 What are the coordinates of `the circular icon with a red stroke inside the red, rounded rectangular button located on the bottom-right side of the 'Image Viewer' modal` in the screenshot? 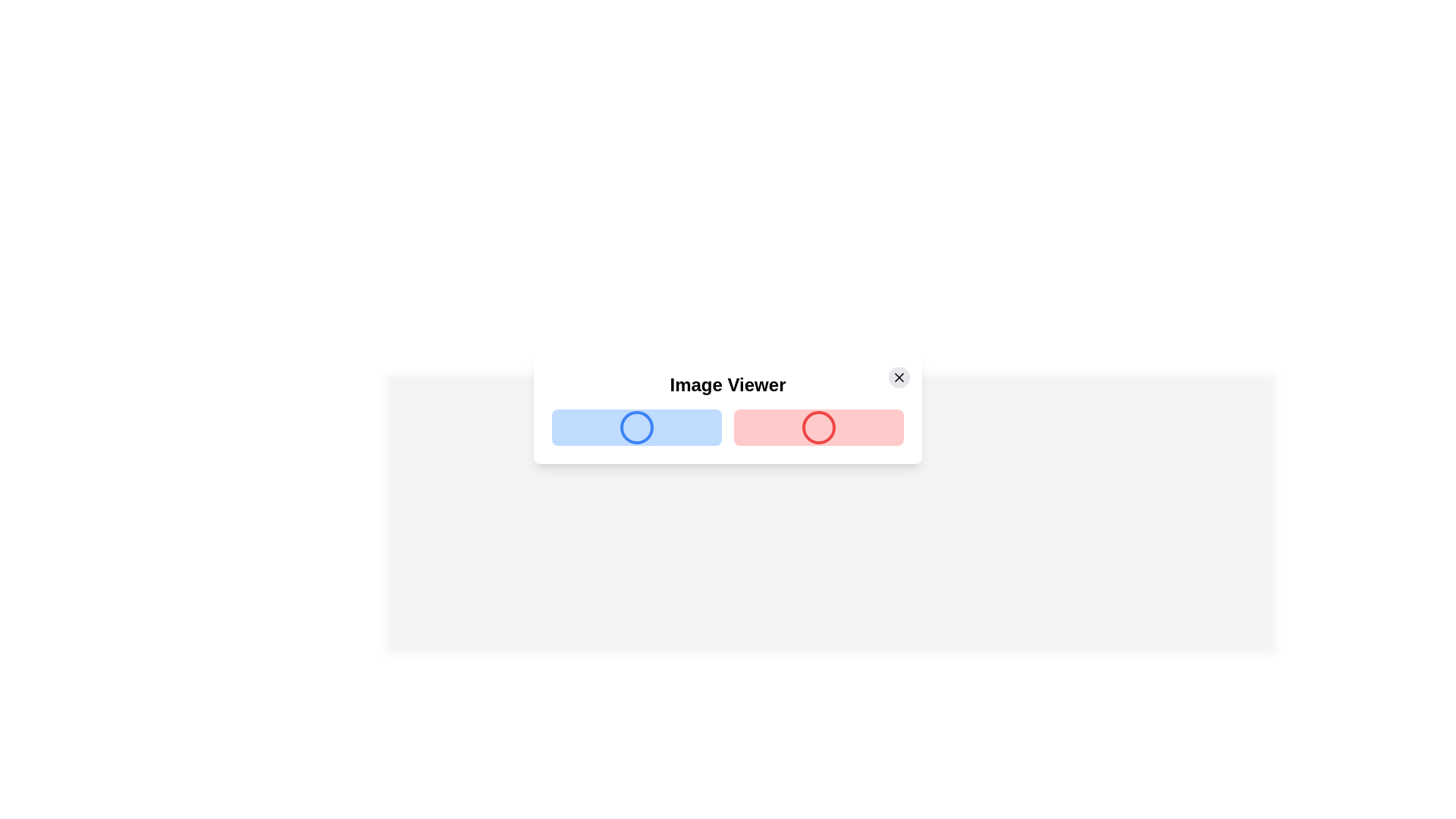 It's located at (818, 427).